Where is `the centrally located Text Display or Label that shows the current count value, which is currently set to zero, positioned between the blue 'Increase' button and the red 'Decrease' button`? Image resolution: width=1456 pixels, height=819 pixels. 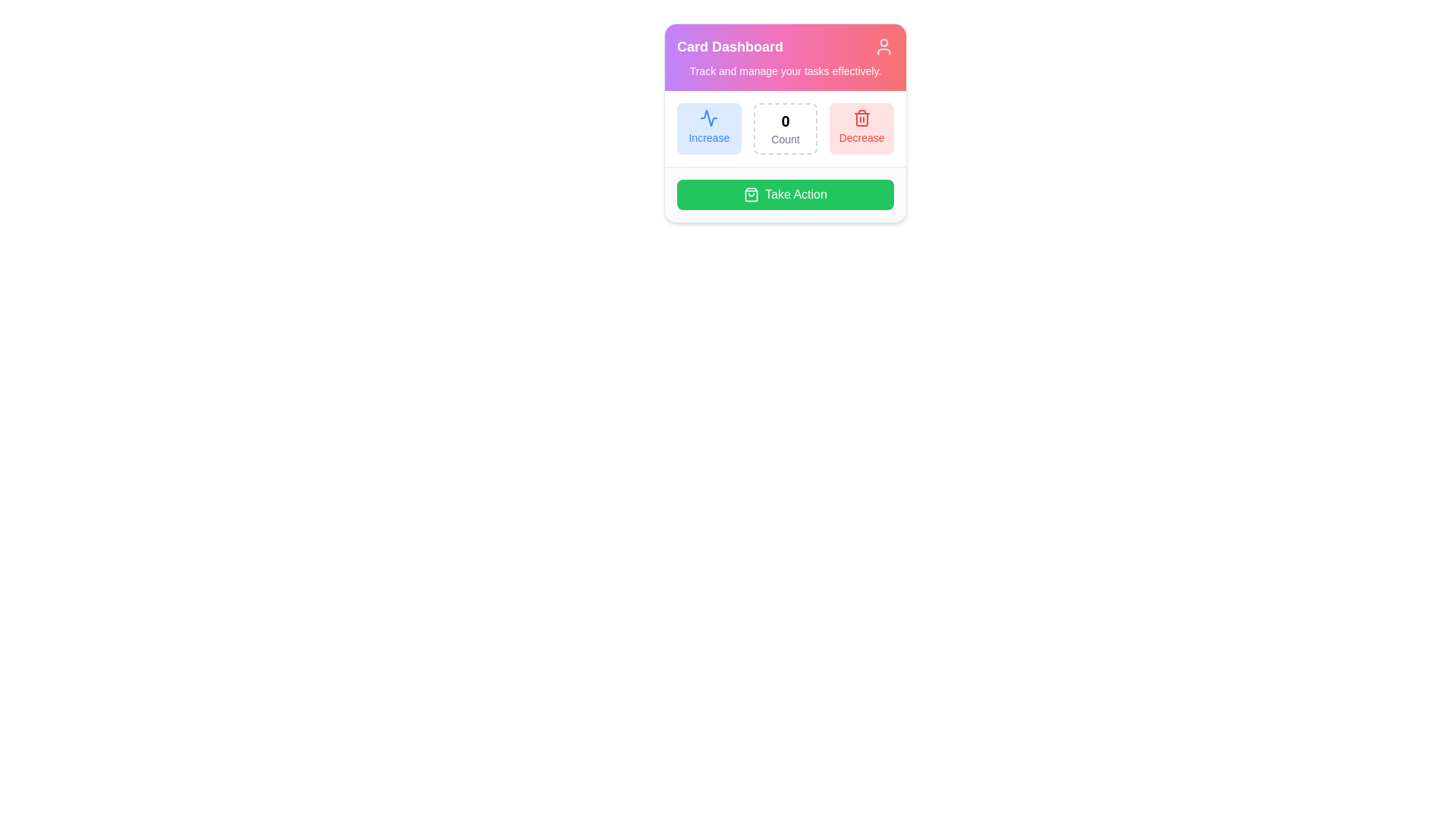 the centrally located Text Display or Label that shows the current count value, which is currently set to zero, positioned between the blue 'Increase' button and the red 'Decrease' button is located at coordinates (786, 127).